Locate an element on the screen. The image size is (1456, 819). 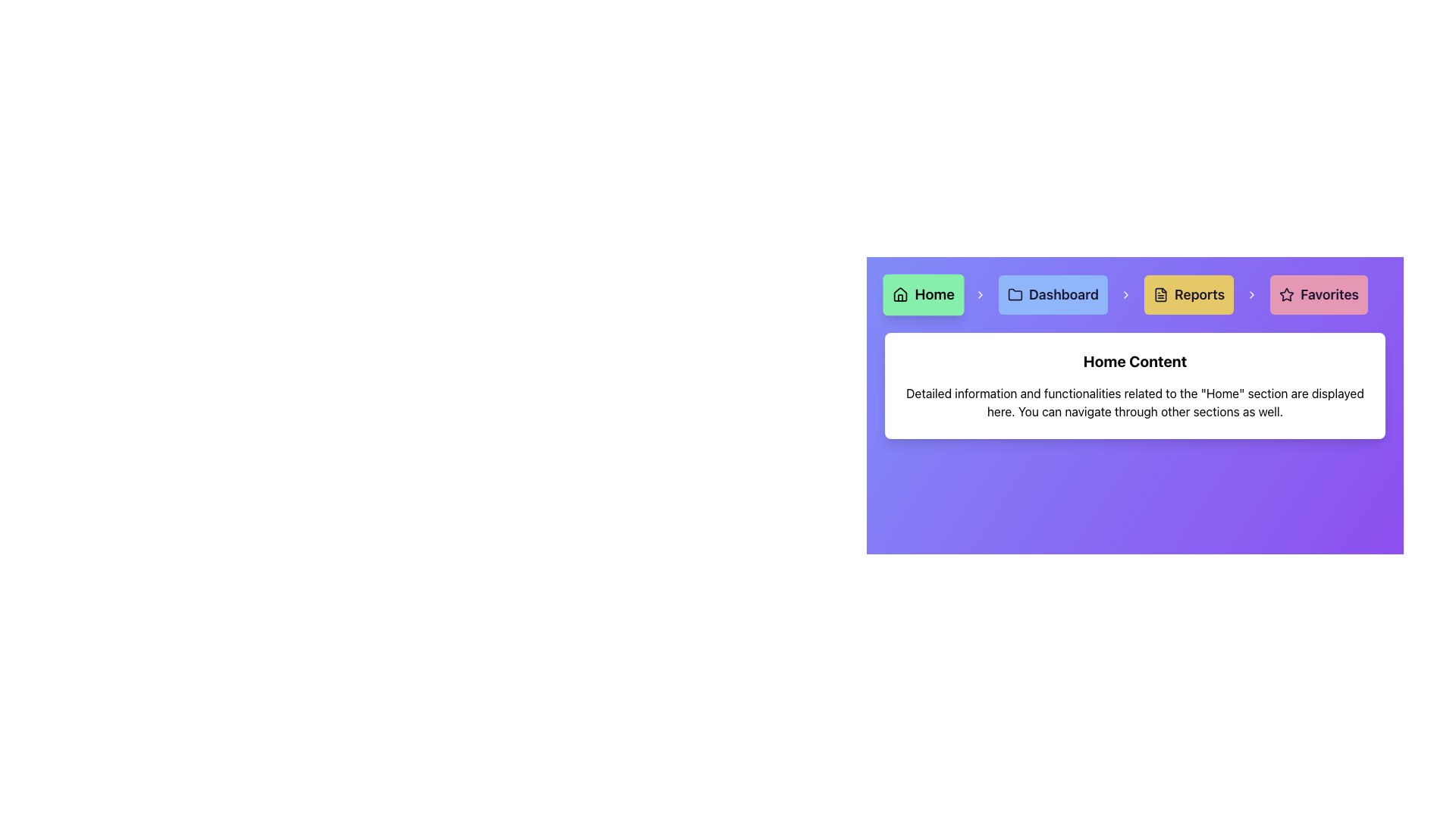
text of the 'Home' label, which is part of a green-highlighted button located at the top-left of the navigation bar, immediately to the right of a house icon is located at coordinates (934, 295).